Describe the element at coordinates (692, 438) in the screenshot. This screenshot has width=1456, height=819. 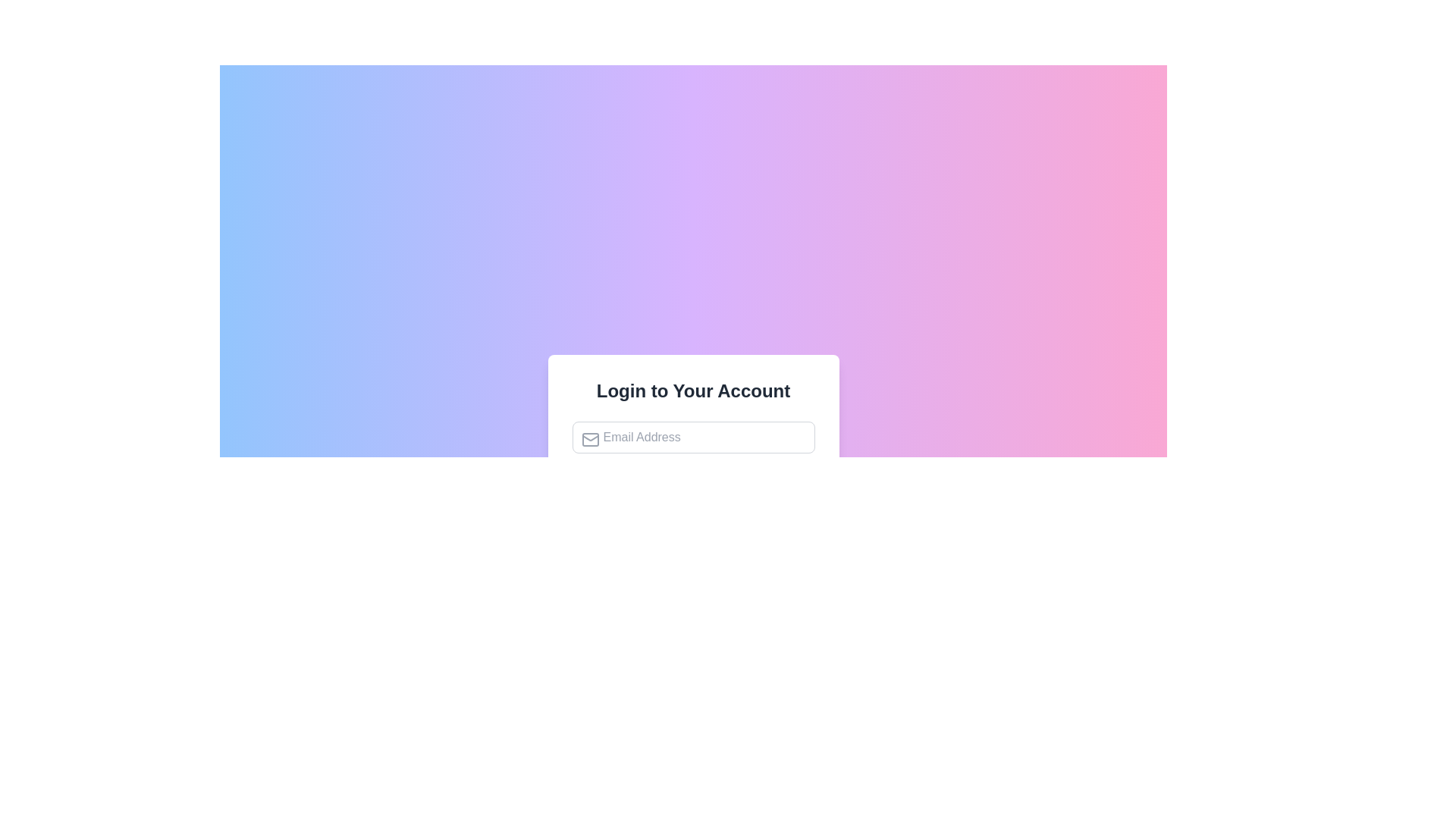
I see `the email input field with the placeholder 'Email Address'` at that location.